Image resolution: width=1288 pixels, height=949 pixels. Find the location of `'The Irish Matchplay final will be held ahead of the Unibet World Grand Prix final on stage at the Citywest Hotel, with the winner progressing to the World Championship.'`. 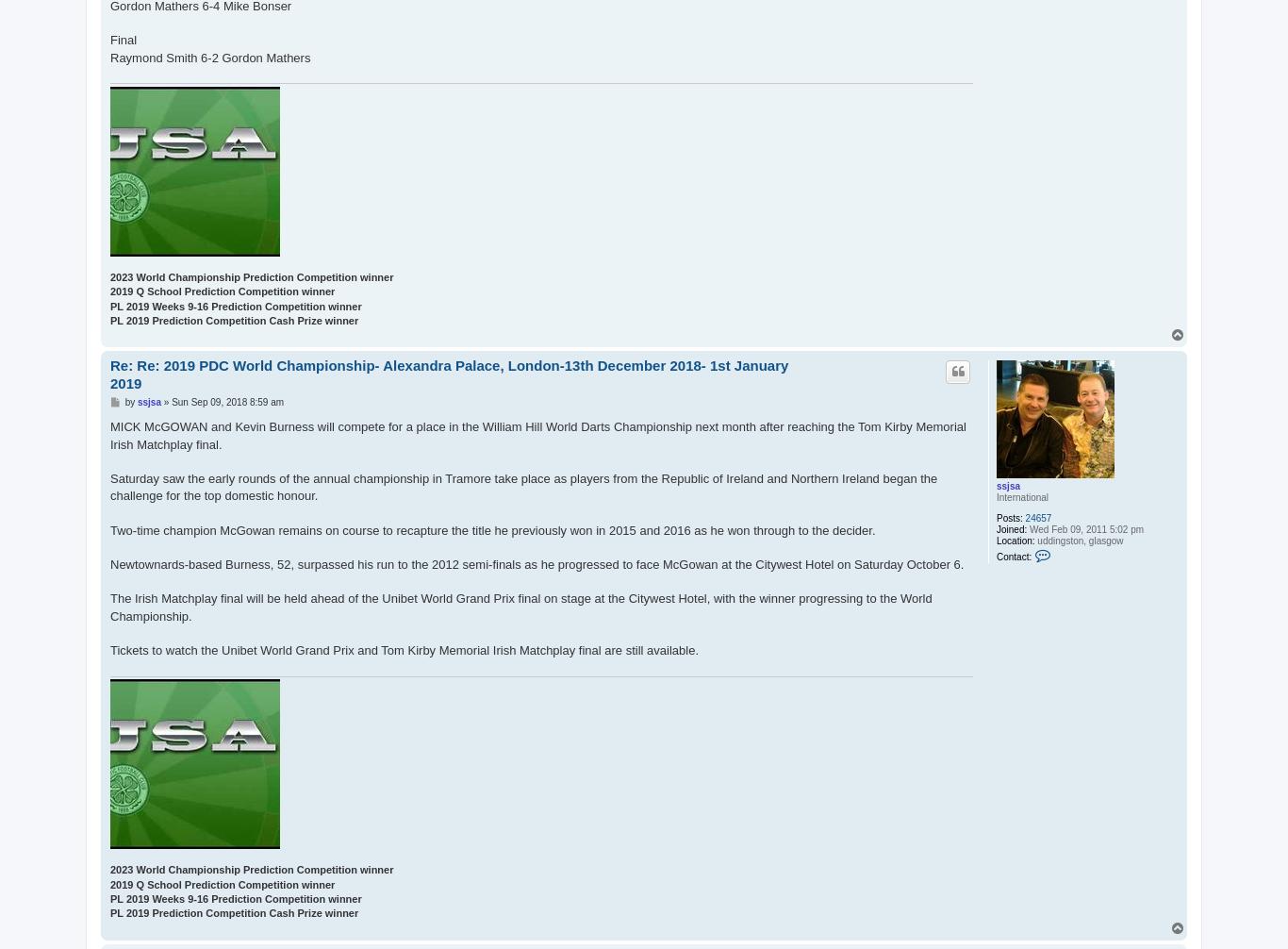

'The Irish Matchplay final will be held ahead of the Unibet World Grand Prix final on stage at the Citywest Hotel, with the winner progressing to the World Championship.' is located at coordinates (520, 607).